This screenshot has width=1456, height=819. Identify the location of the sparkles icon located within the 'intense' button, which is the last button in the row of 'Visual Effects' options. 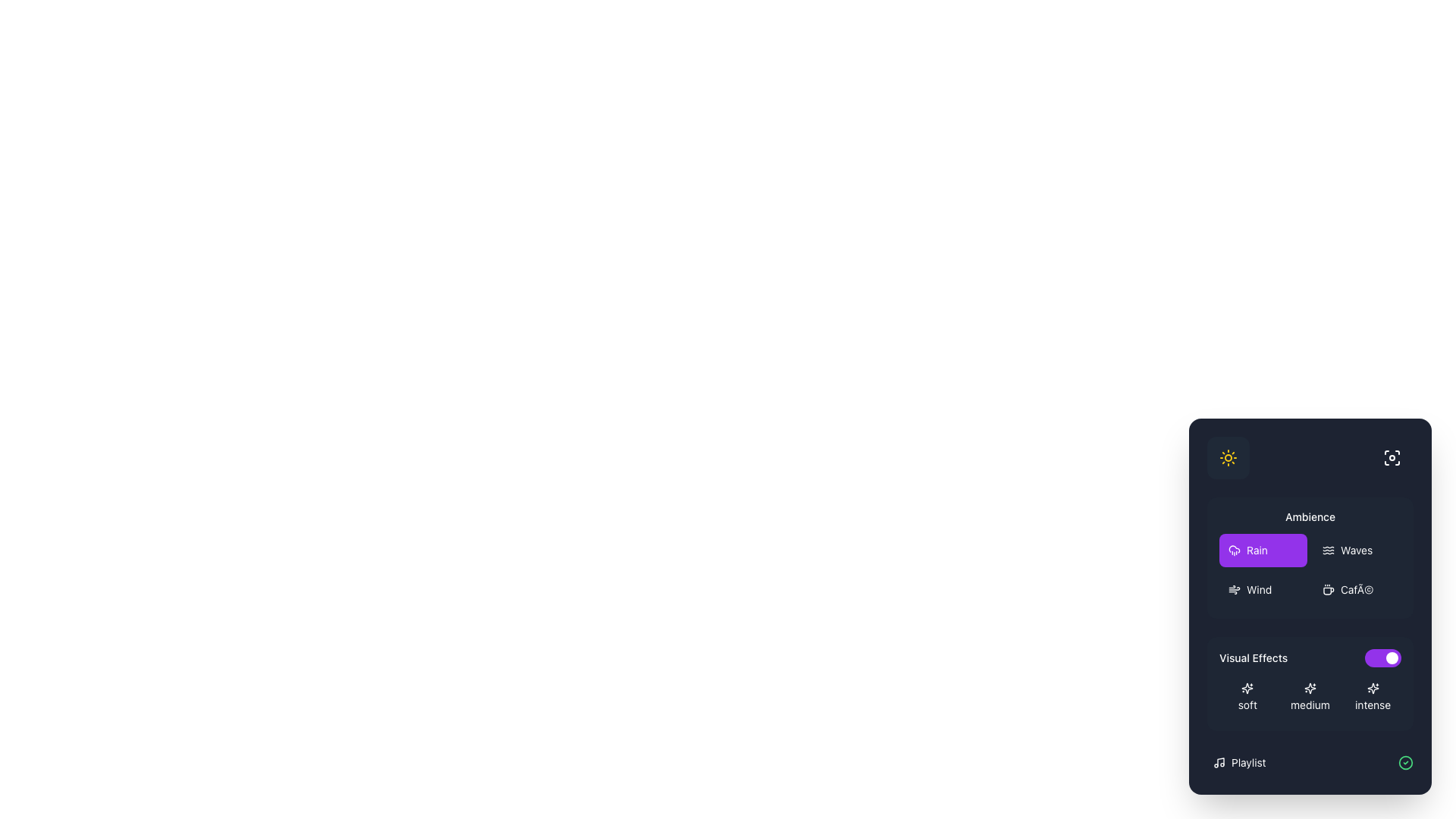
(1373, 688).